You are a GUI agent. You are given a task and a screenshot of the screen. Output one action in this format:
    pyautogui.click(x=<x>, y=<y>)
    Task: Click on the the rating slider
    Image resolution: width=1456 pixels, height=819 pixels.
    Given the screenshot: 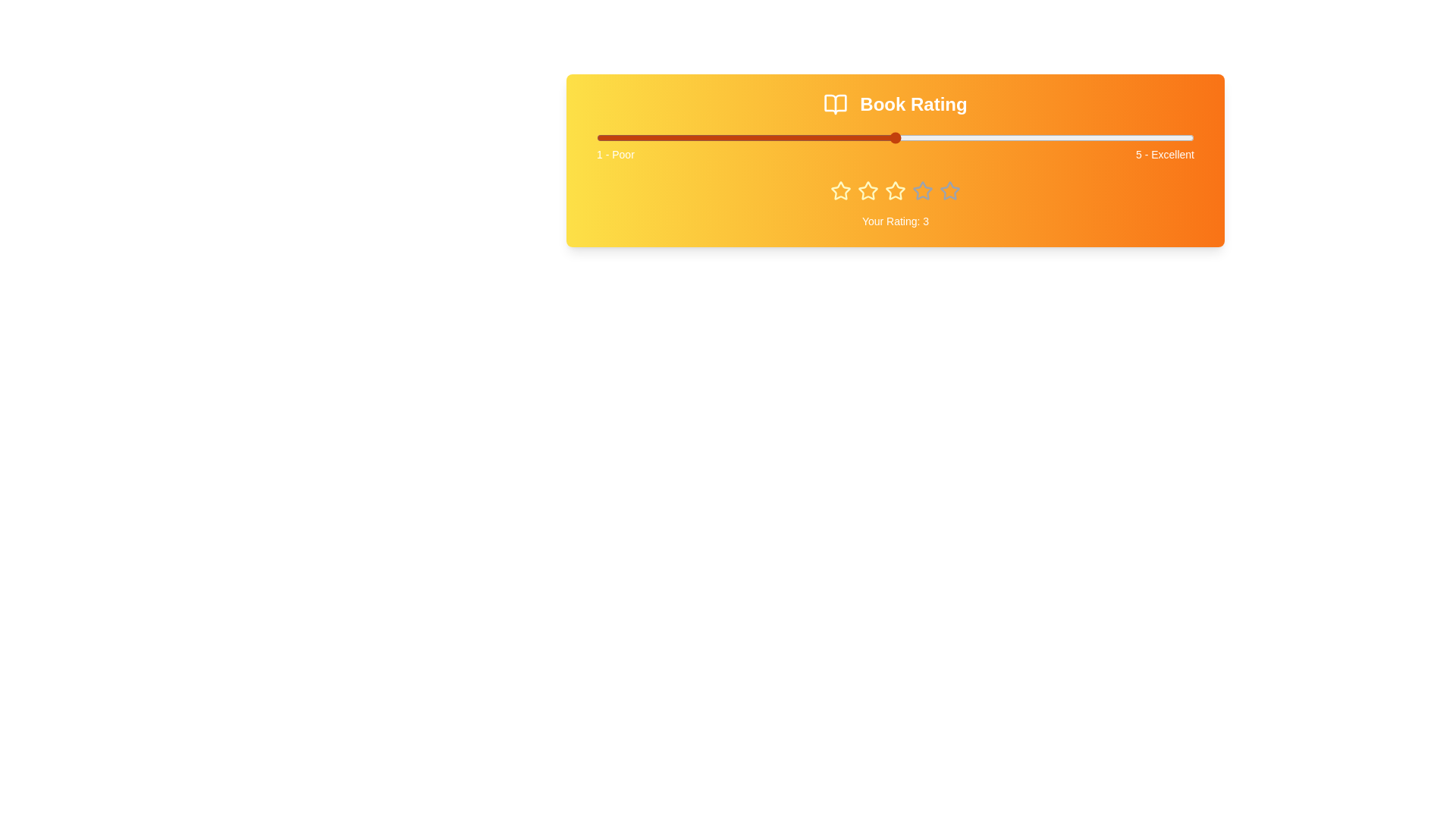 What is the action you would take?
    pyautogui.click(x=1043, y=137)
    